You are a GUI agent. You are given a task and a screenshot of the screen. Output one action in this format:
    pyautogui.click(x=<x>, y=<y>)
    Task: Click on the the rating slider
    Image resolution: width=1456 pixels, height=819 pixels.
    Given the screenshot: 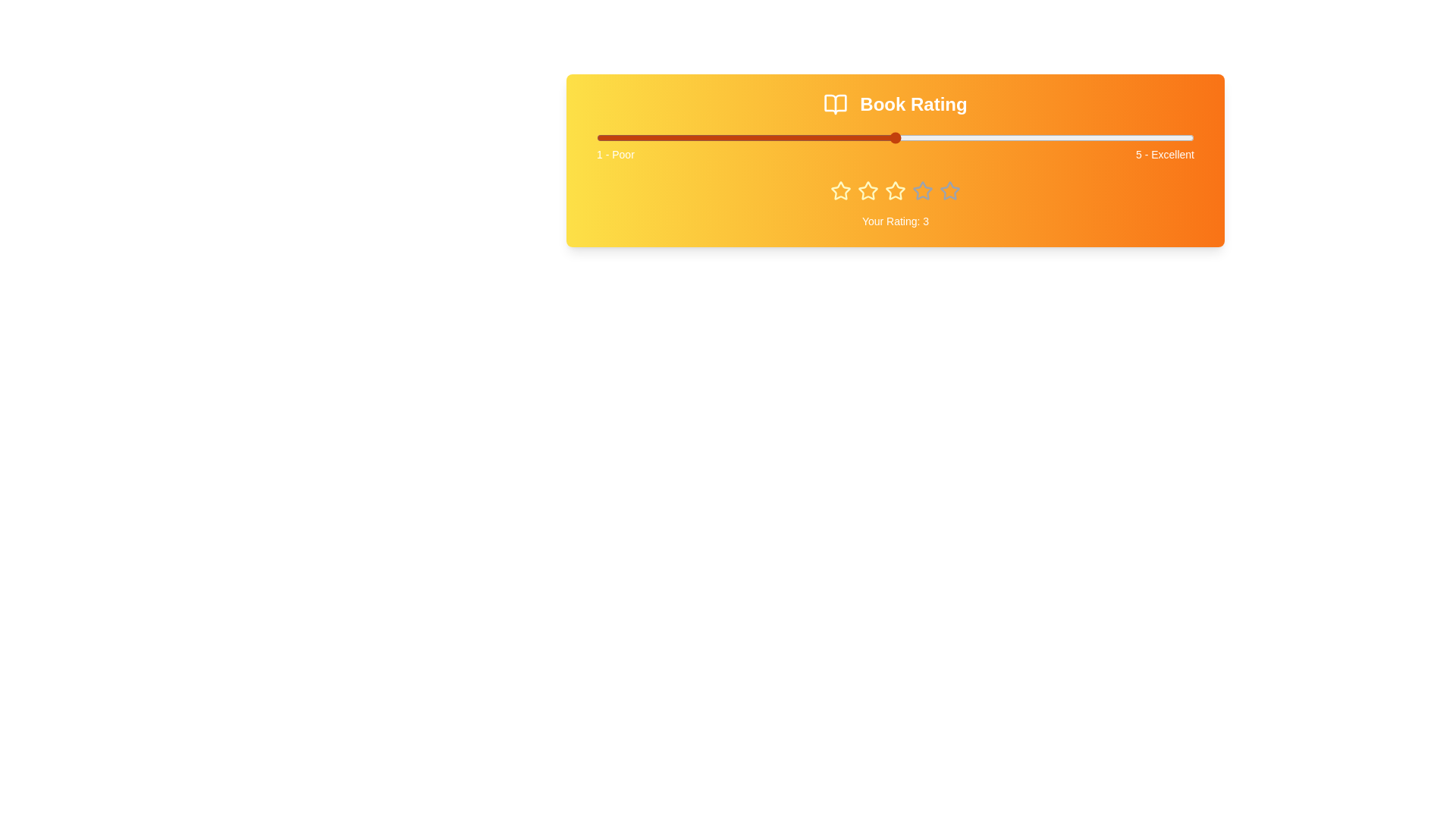 What is the action you would take?
    pyautogui.click(x=1043, y=137)
    